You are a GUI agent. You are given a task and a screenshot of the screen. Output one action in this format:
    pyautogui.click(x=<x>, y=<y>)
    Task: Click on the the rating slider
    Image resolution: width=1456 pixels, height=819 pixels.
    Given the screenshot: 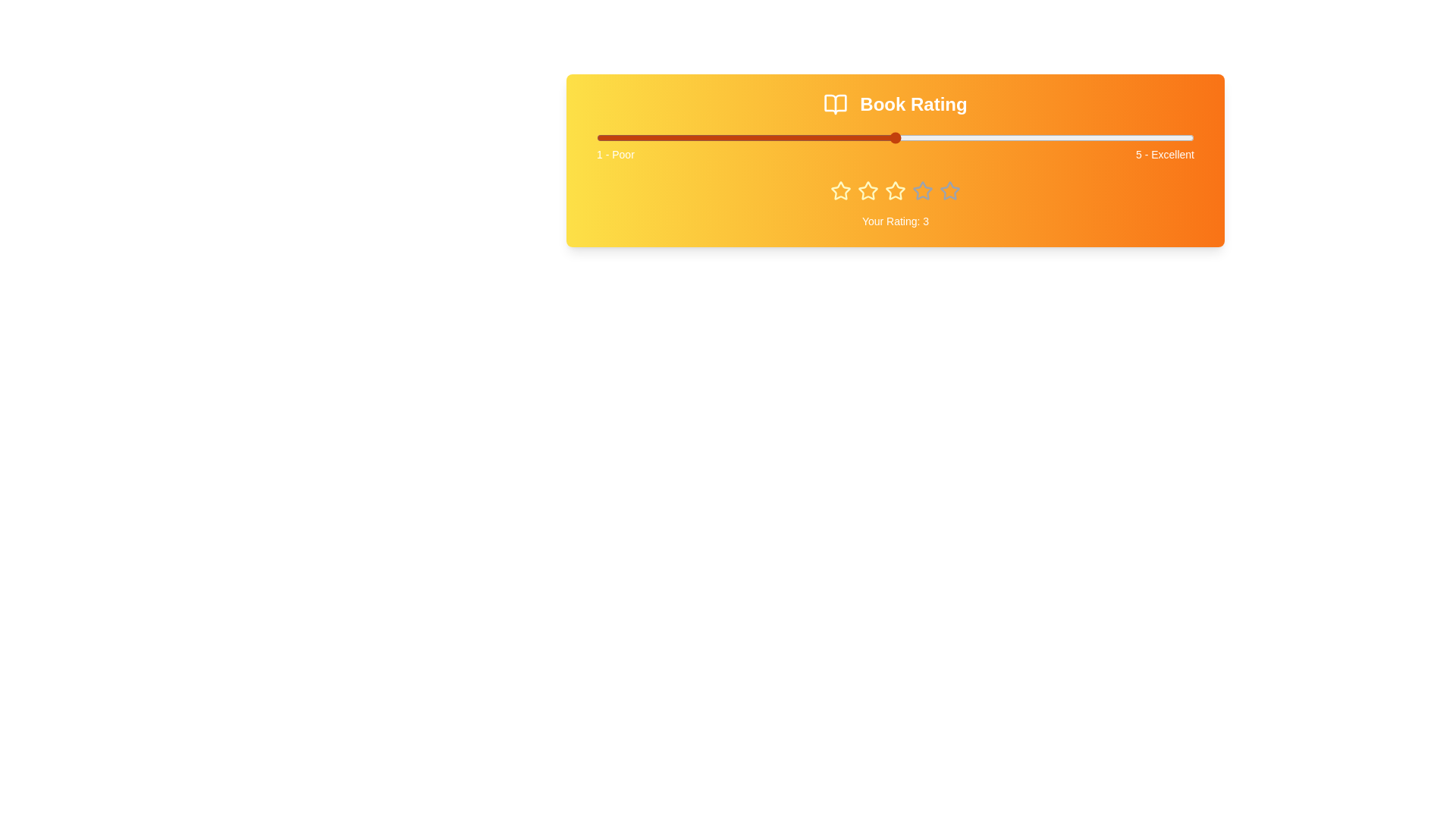 What is the action you would take?
    pyautogui.click(x=1043, y=137)
    